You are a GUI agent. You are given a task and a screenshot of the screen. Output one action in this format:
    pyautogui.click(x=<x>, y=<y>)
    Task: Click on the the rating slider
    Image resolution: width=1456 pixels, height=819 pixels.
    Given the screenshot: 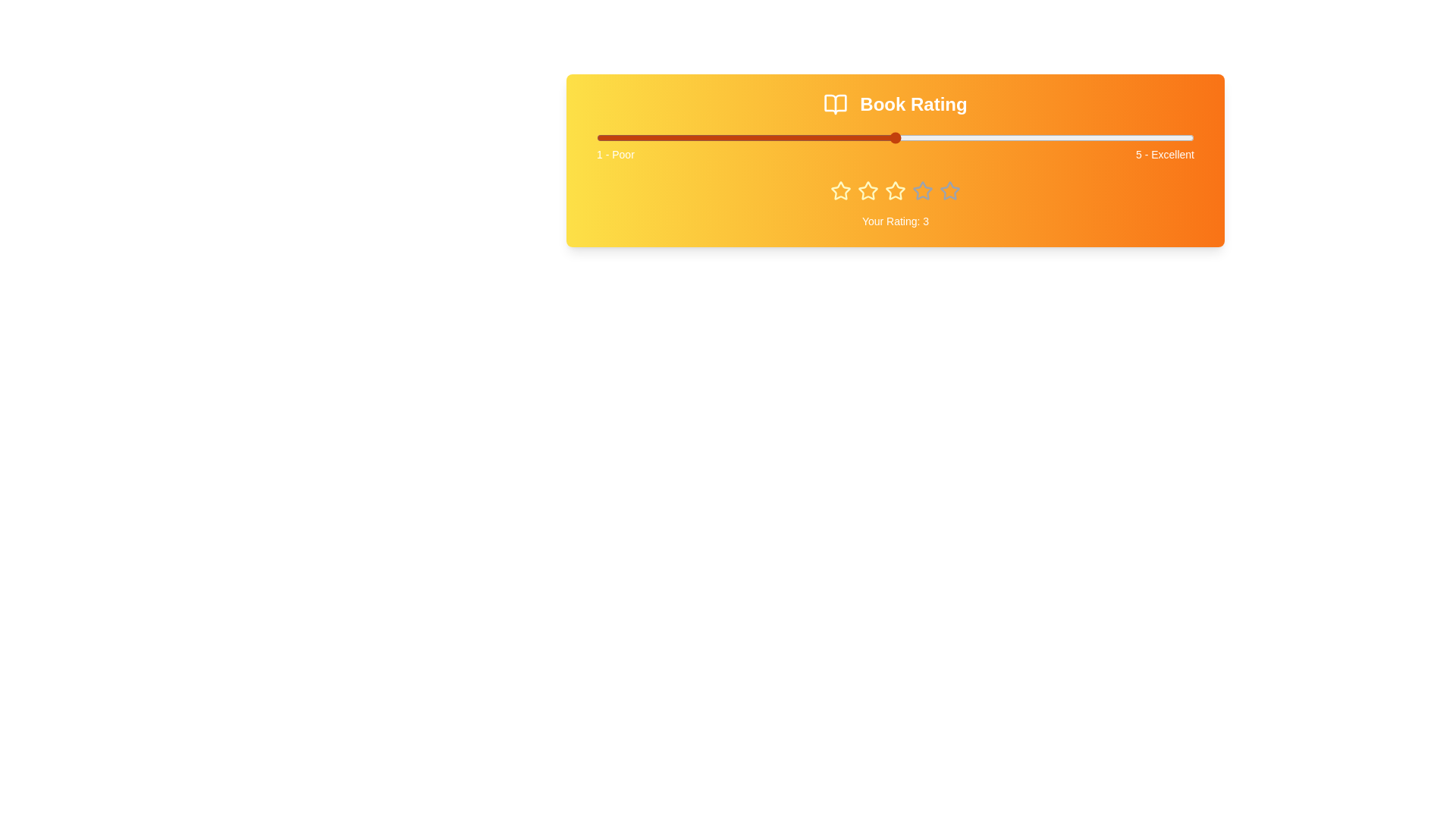 What is the action you would take?
    pyautogui.click(x=1043, y=137)
    